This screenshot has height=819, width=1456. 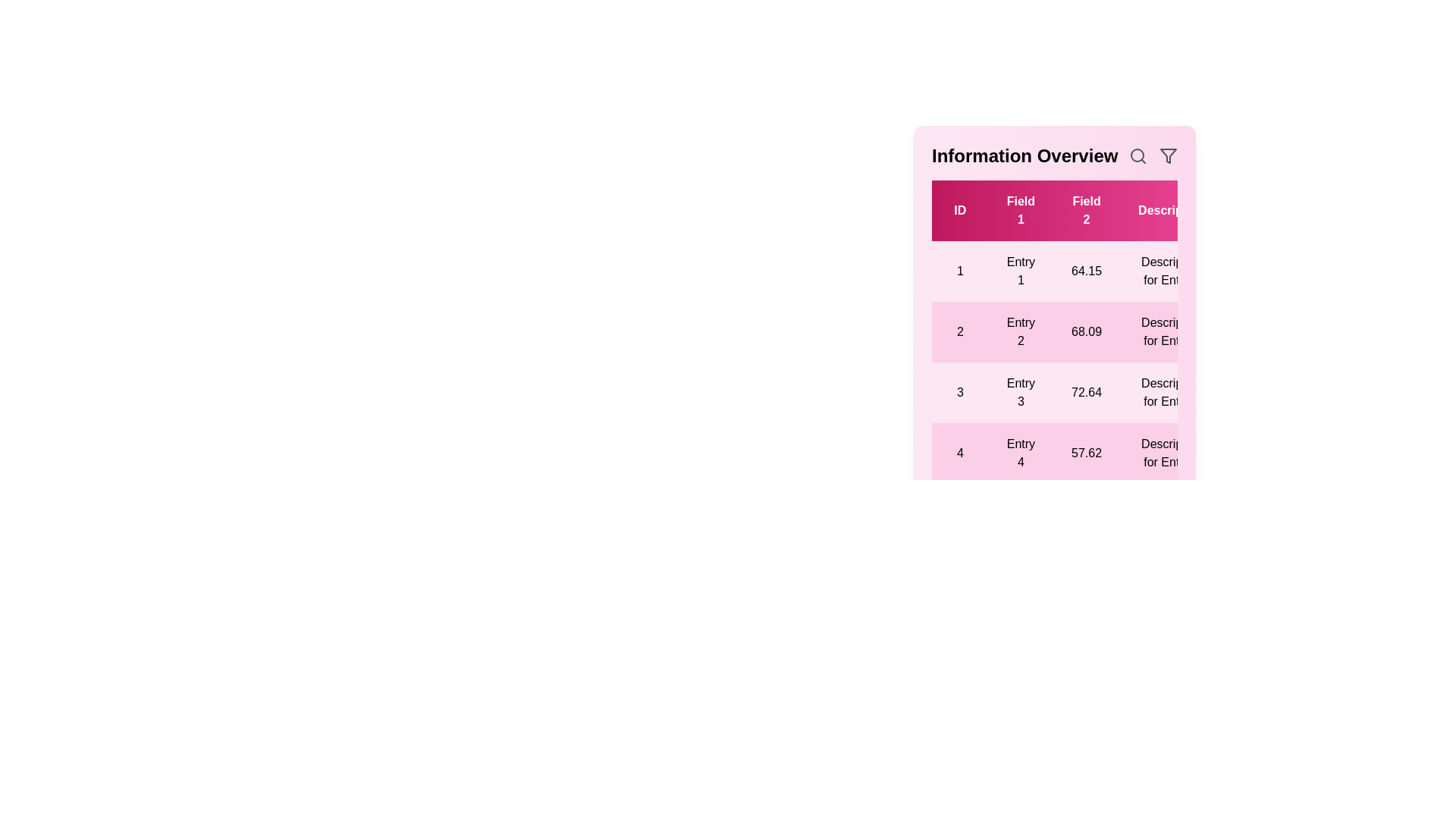 What do you see at coordinates (1171, 210) in the screenshot?
I see `the table header Description to sort by that column` at bounding box center [1171, 210].